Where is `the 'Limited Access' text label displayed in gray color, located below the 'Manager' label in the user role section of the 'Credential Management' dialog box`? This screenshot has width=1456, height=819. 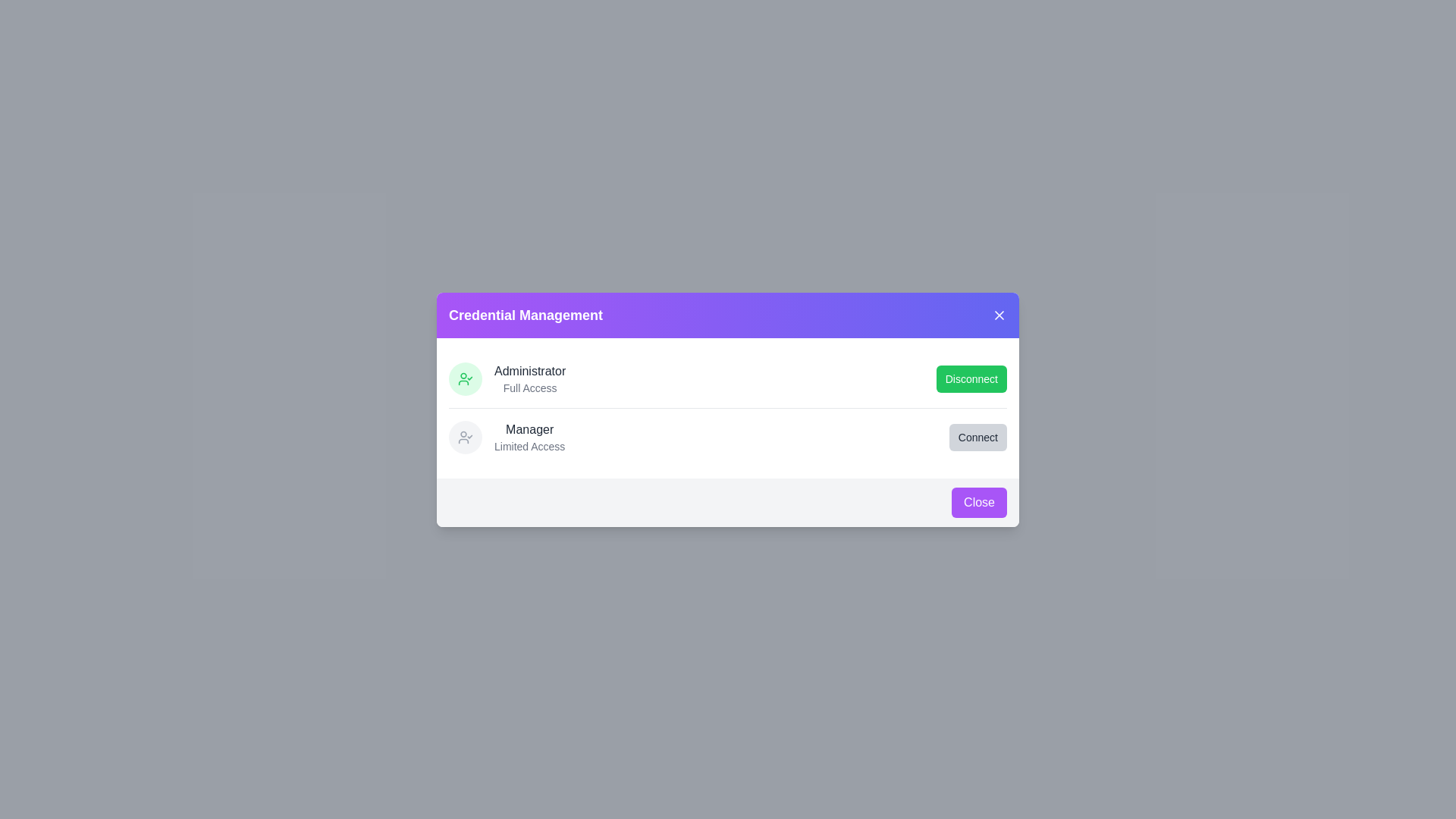 the 'Limited Access' text label displayed in gray color, located below the 'Manager' label in the user role section of the 'Credential Management' dialog box is located at coordinates (529, 445).